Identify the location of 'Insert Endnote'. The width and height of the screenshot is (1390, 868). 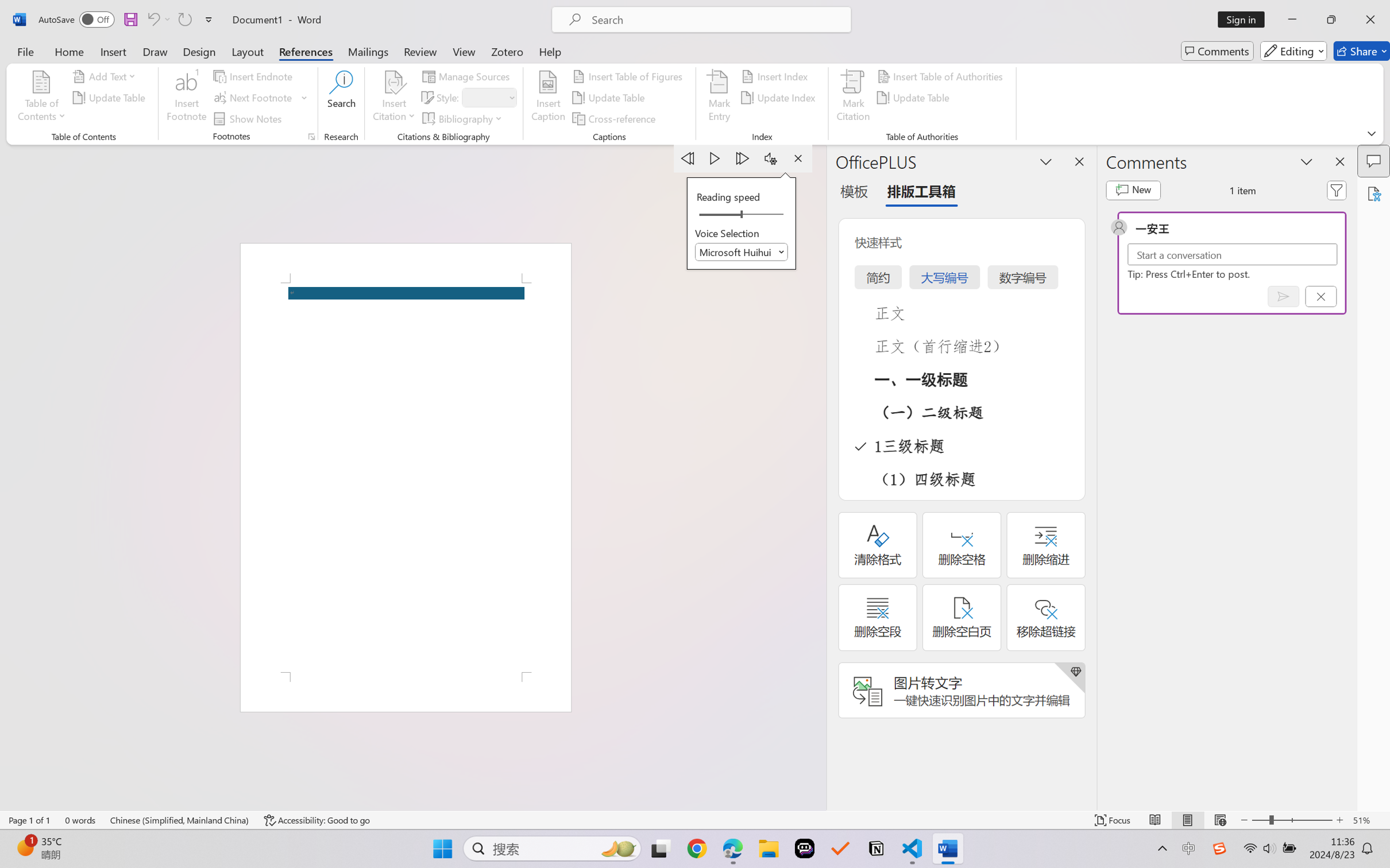
(253, 75).